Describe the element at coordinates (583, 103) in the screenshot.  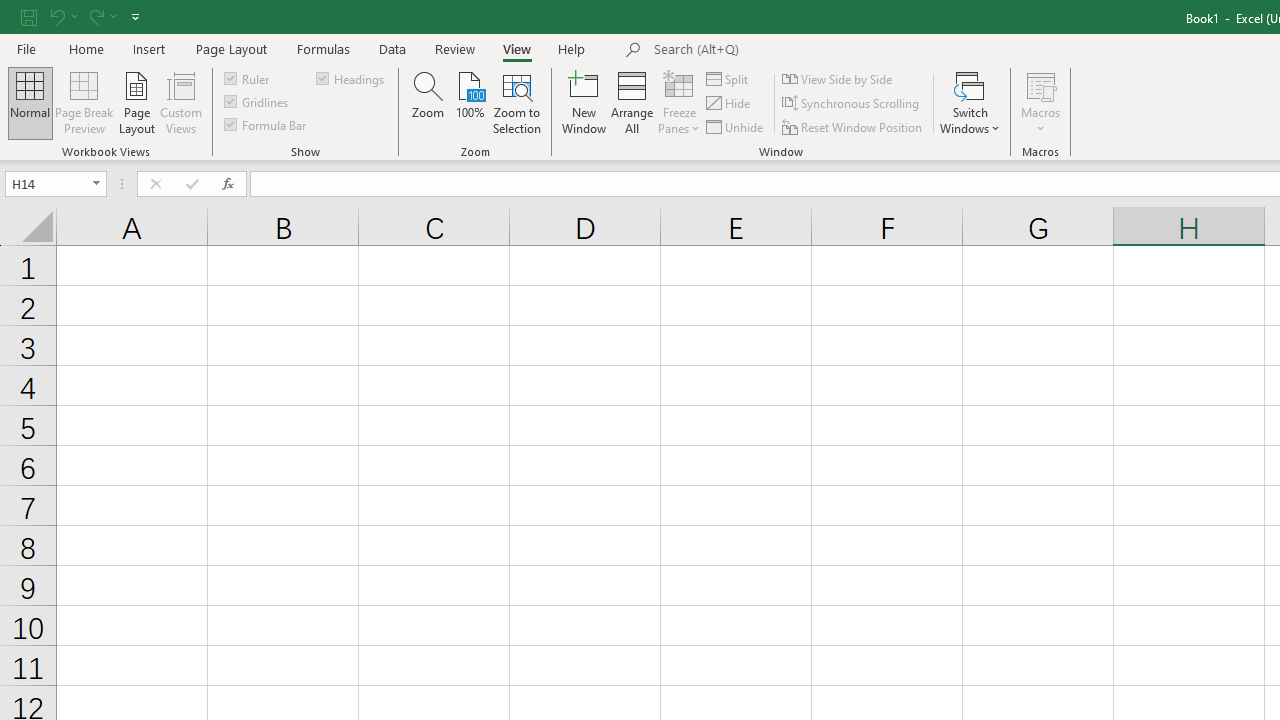
I see `'New Window'` at that location.